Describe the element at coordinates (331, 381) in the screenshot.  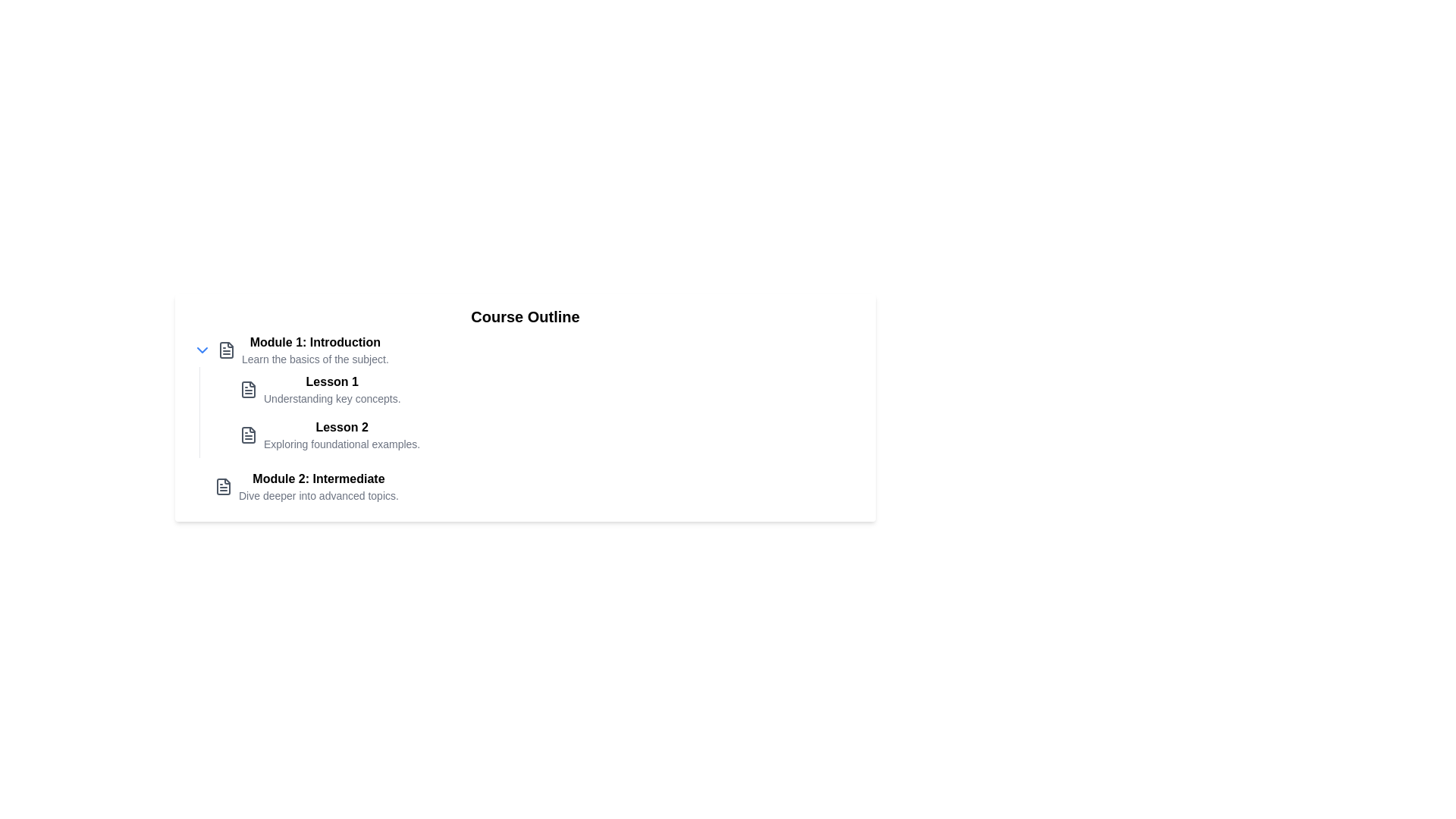
I see `the 'Lesson 1' text header, which is displayed in bold and larger font` at that location.